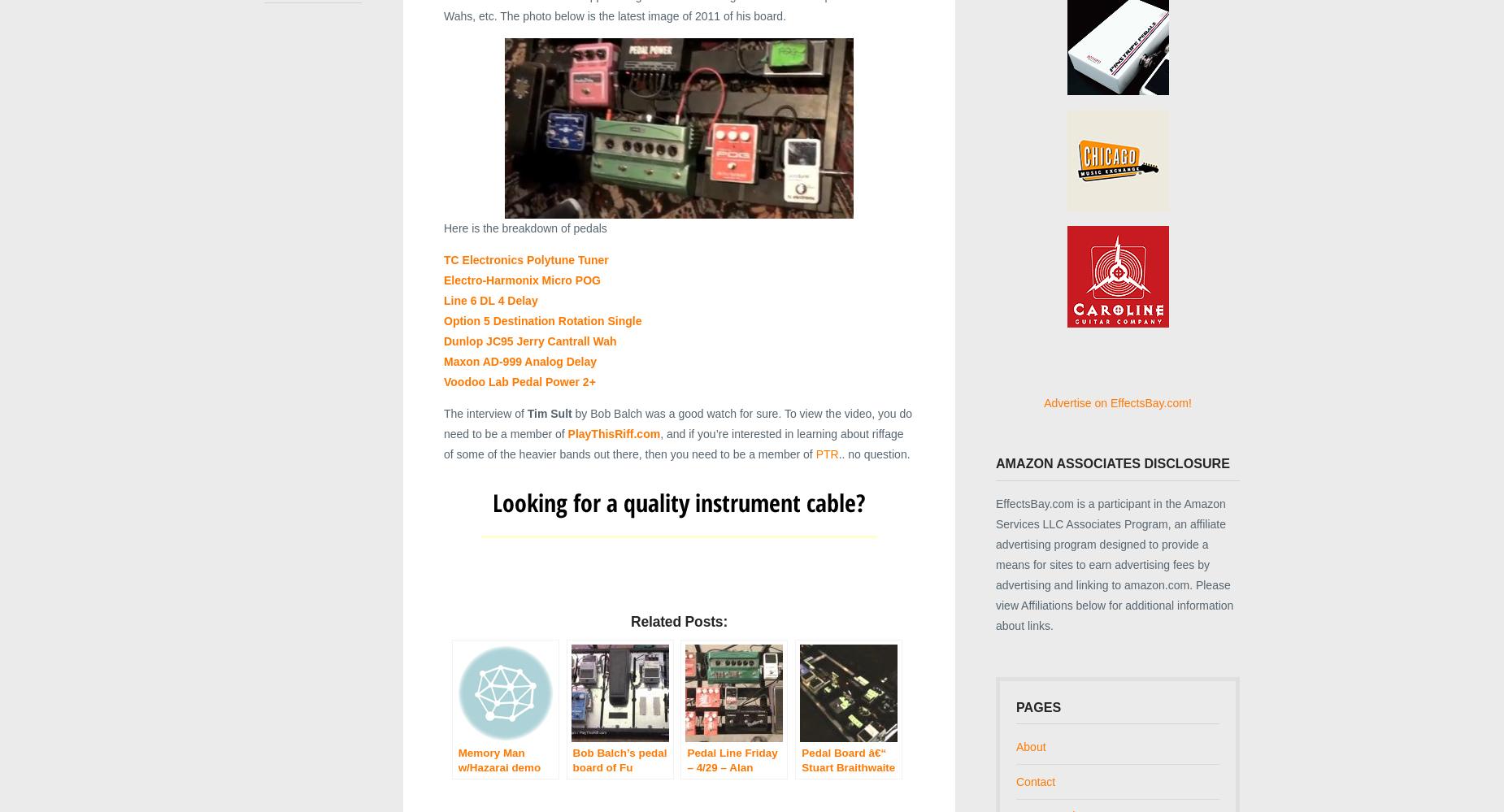  Describe the element at coordinates (519, 359) in the screenshot. I see `'Maxon AD-999 Analog Delay'` at that location.